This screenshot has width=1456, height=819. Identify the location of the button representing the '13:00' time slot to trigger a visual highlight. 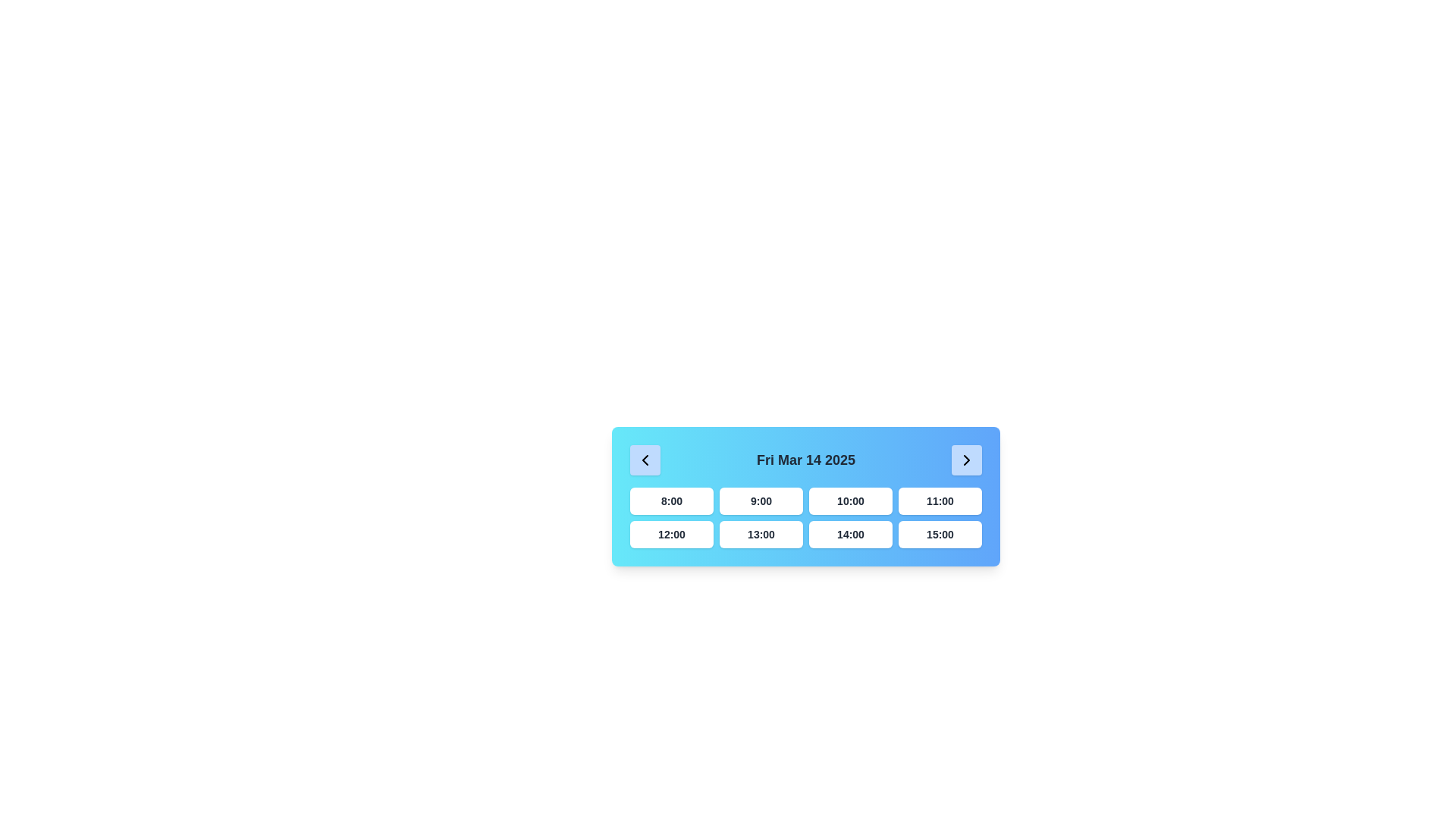
(761, 534).